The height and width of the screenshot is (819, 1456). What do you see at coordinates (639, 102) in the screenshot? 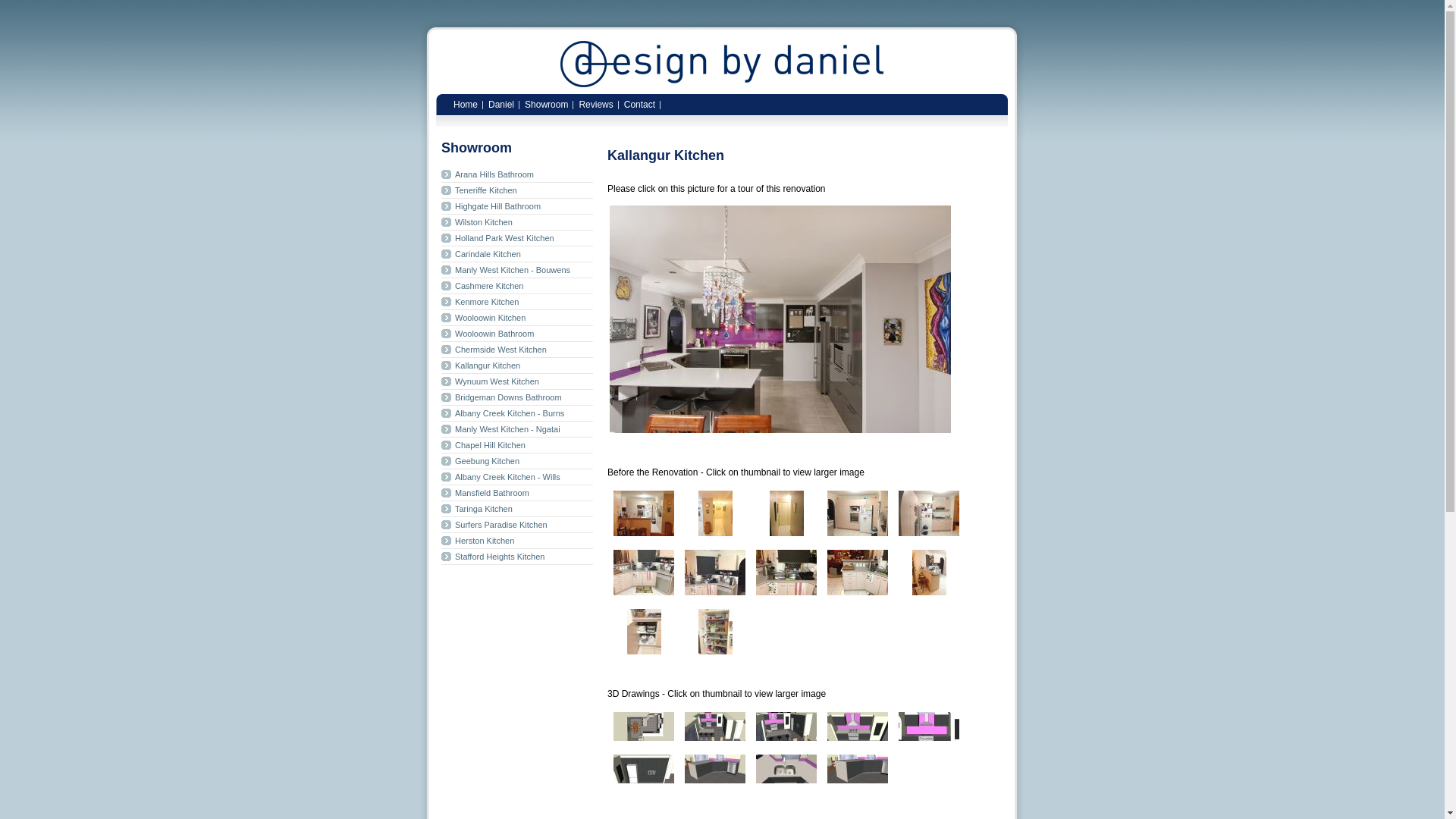
I see `'Contact'` at bounding box center [639, 102].